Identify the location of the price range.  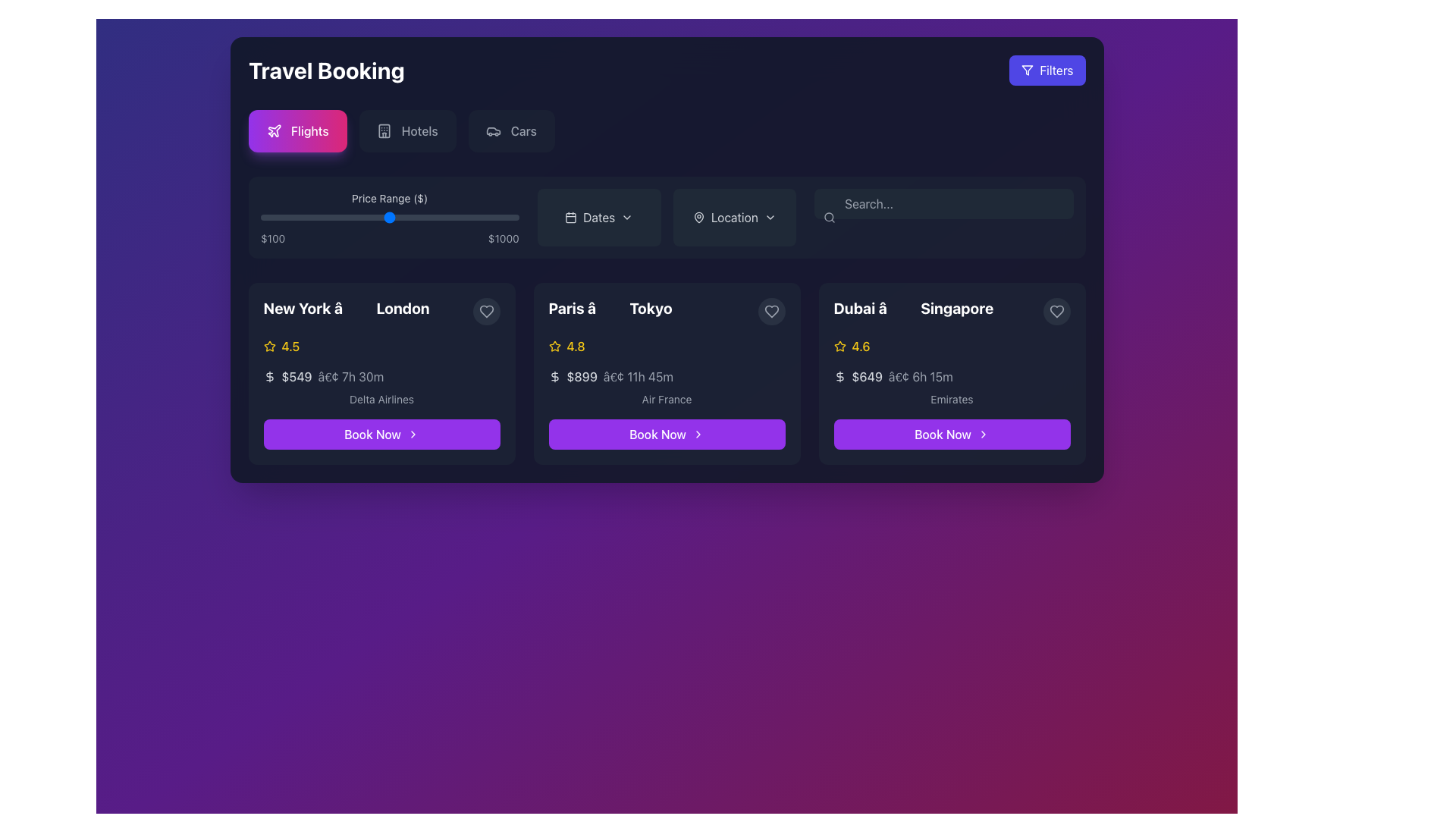
(268, 217).